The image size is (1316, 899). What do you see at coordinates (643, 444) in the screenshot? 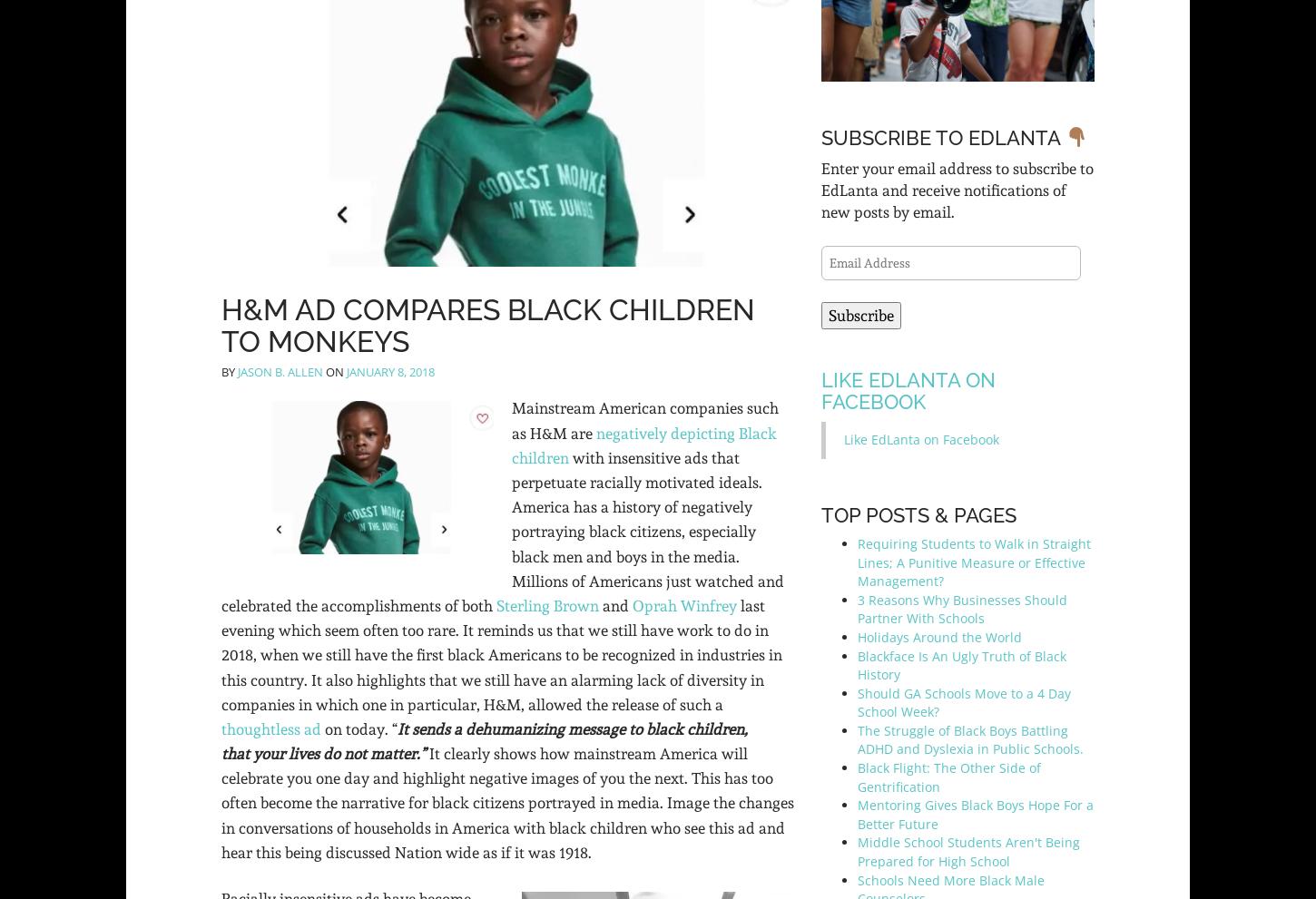
I see `'negatively depicting Black children'` at bounding box center [643, 444].